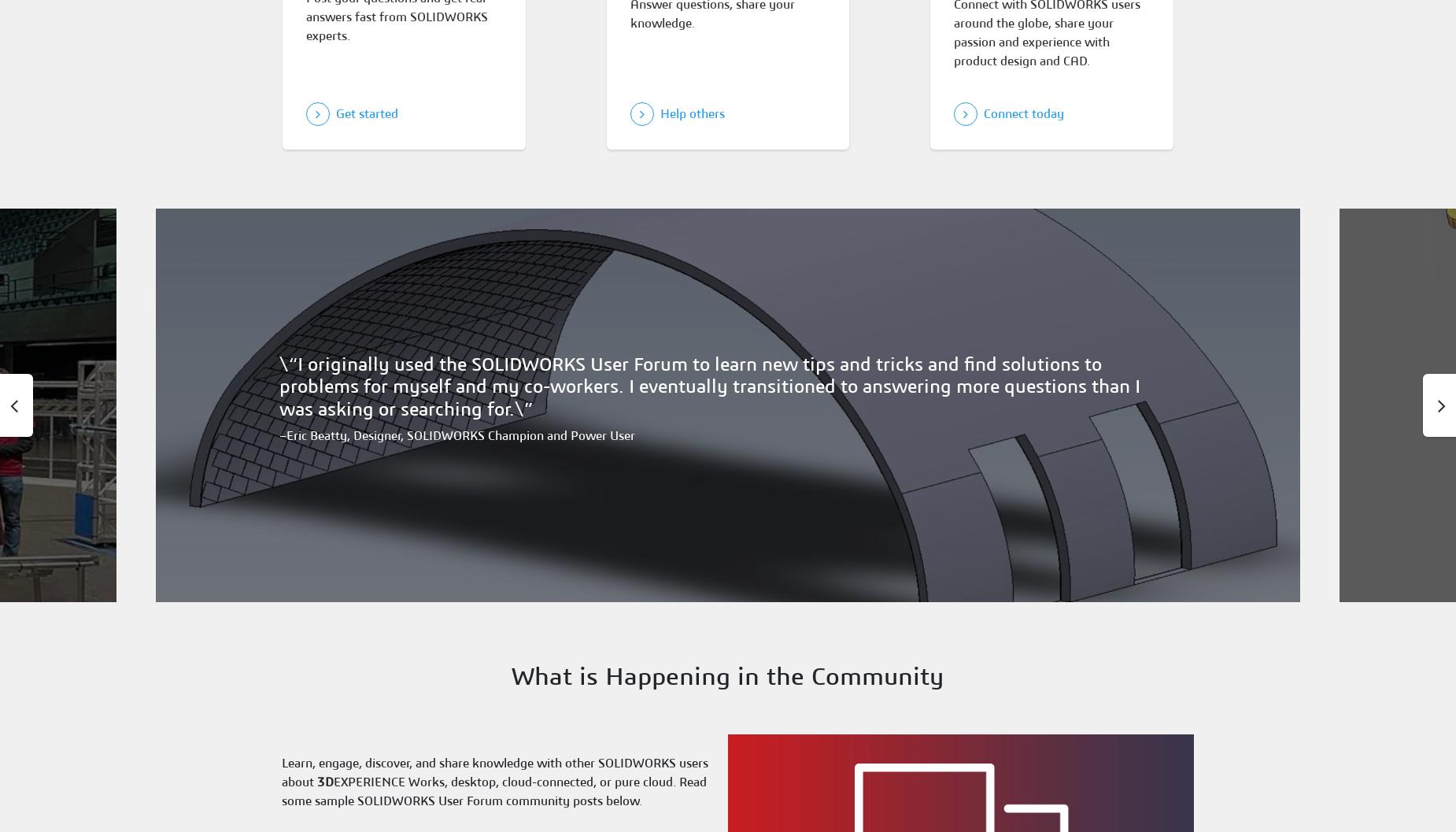 This screenshot has height=832, width=1456. I want to click on 'I don’t have an existing ID – how do I get one and start?', so click(412, 277).